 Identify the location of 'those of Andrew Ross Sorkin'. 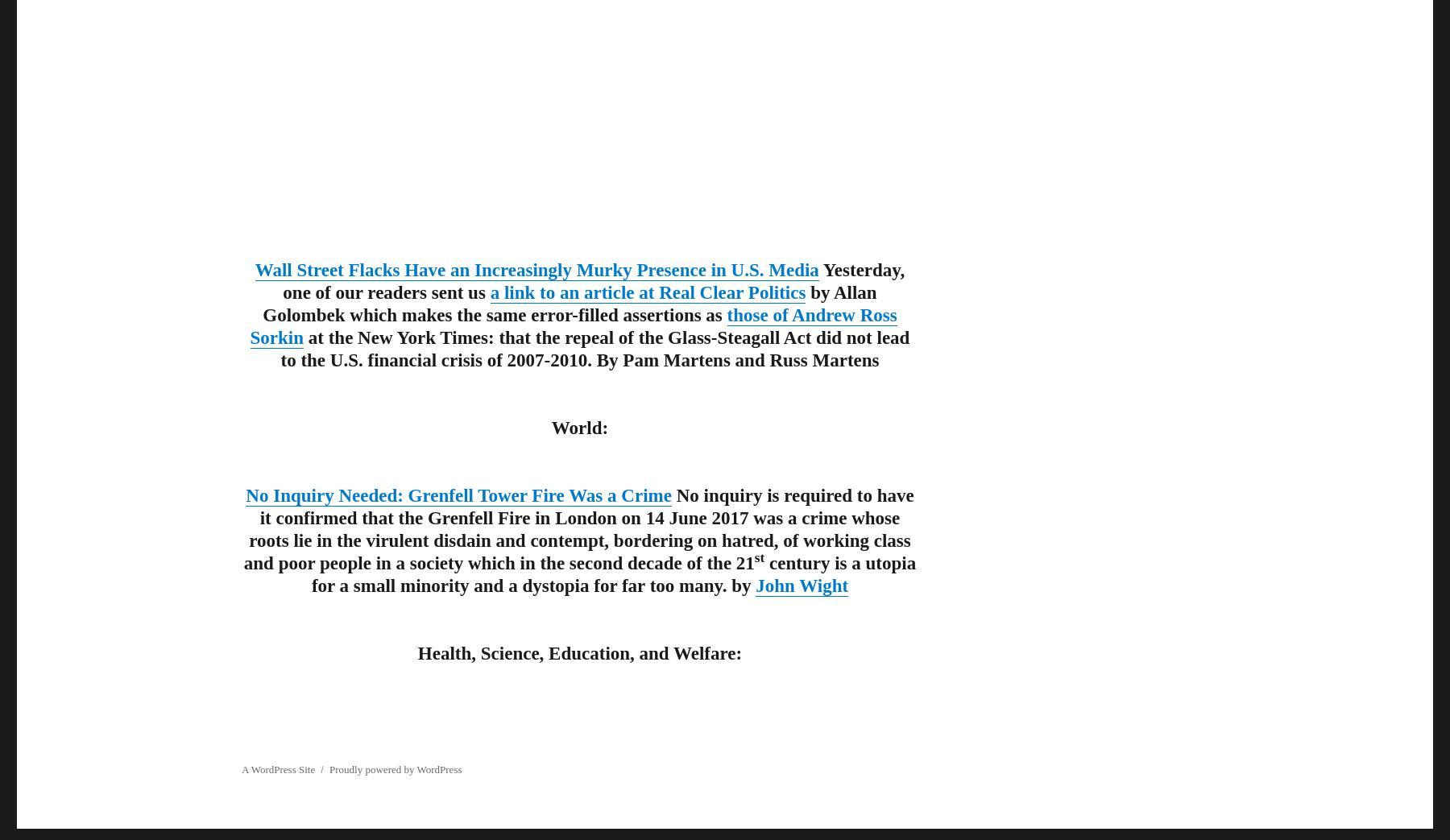
(572, 325).